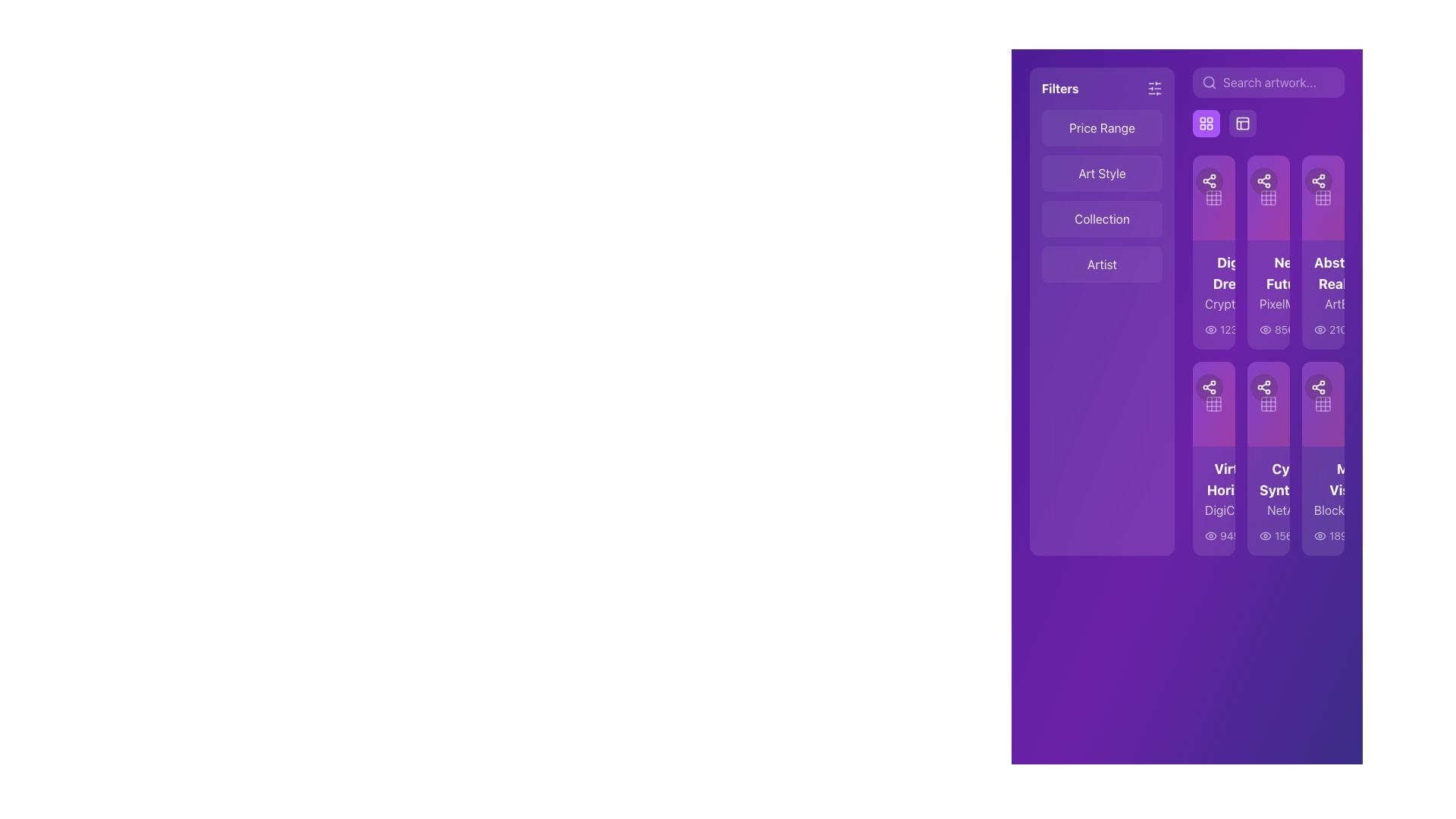 The width and height of the screenshot is (1456, 819). I want to click on the heart-shaped icon located in the second row and second column of the grid to mark it as favorite, so click(1284, 386).